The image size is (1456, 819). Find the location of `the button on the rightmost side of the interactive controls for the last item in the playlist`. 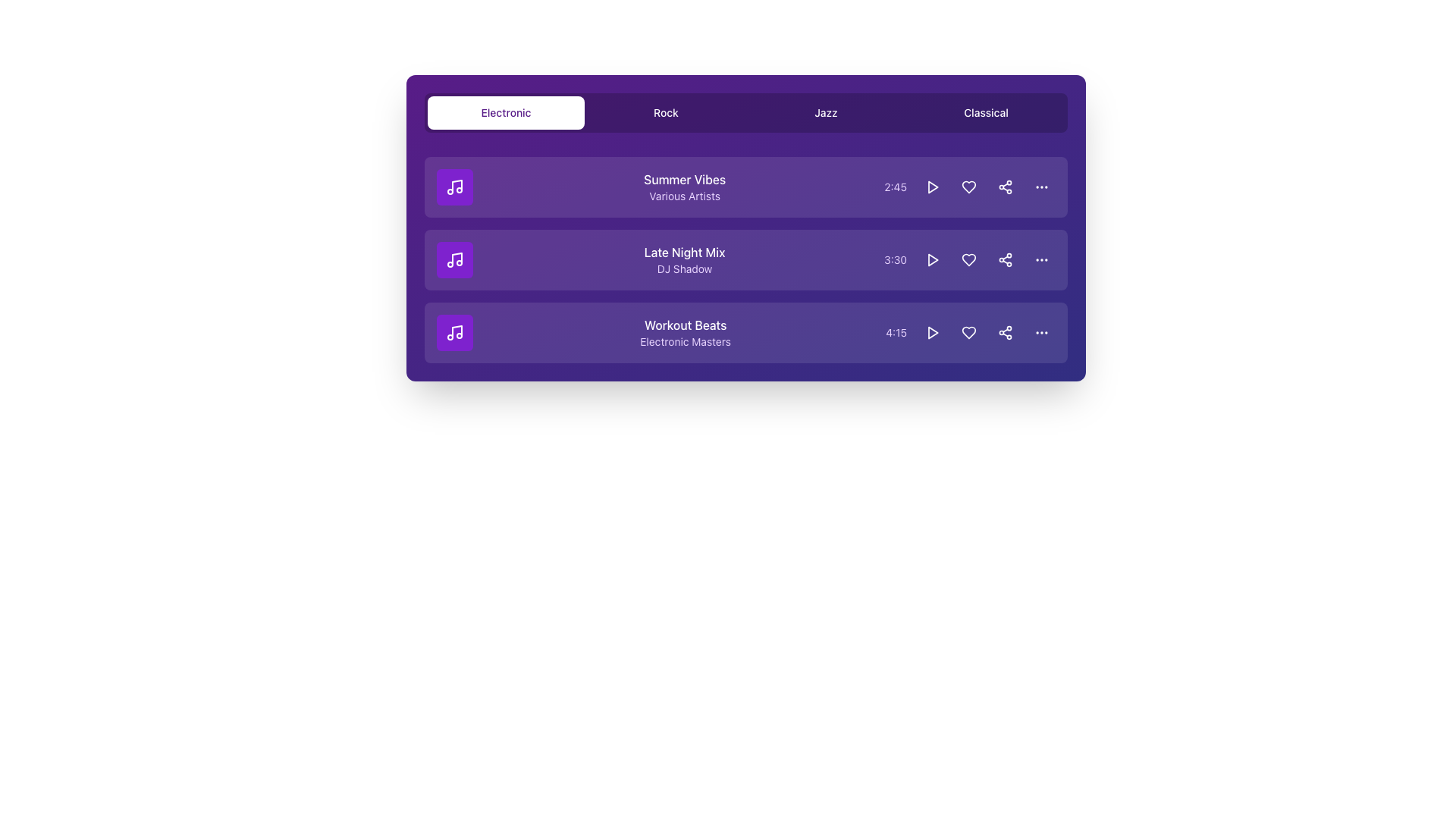

the button on the rightmost side of the interactive controls for the last item in the playlist is located at coordinates (1040, 332).